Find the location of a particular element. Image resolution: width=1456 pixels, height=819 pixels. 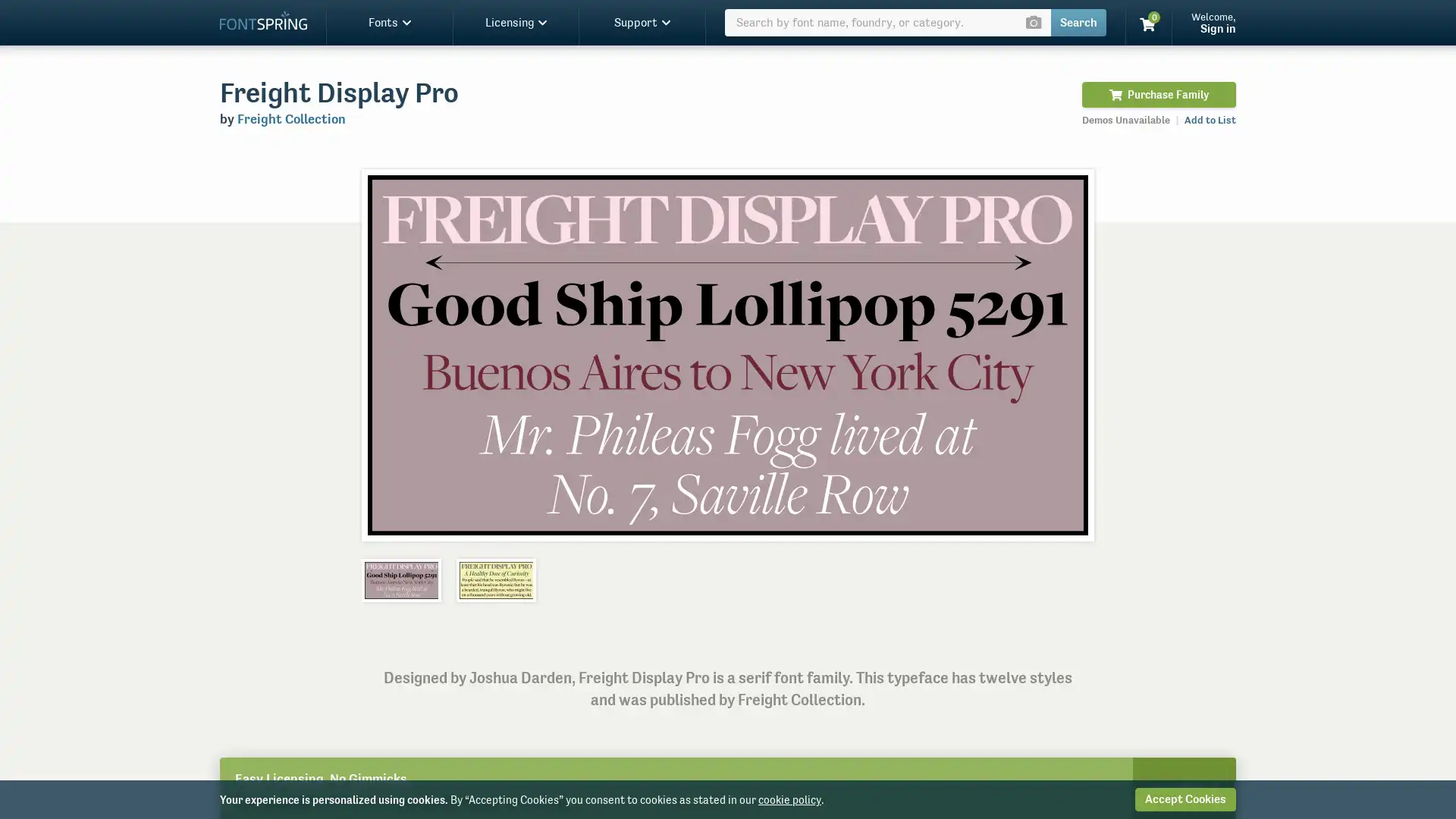

Add to List is located at coordinates (1210, 119).